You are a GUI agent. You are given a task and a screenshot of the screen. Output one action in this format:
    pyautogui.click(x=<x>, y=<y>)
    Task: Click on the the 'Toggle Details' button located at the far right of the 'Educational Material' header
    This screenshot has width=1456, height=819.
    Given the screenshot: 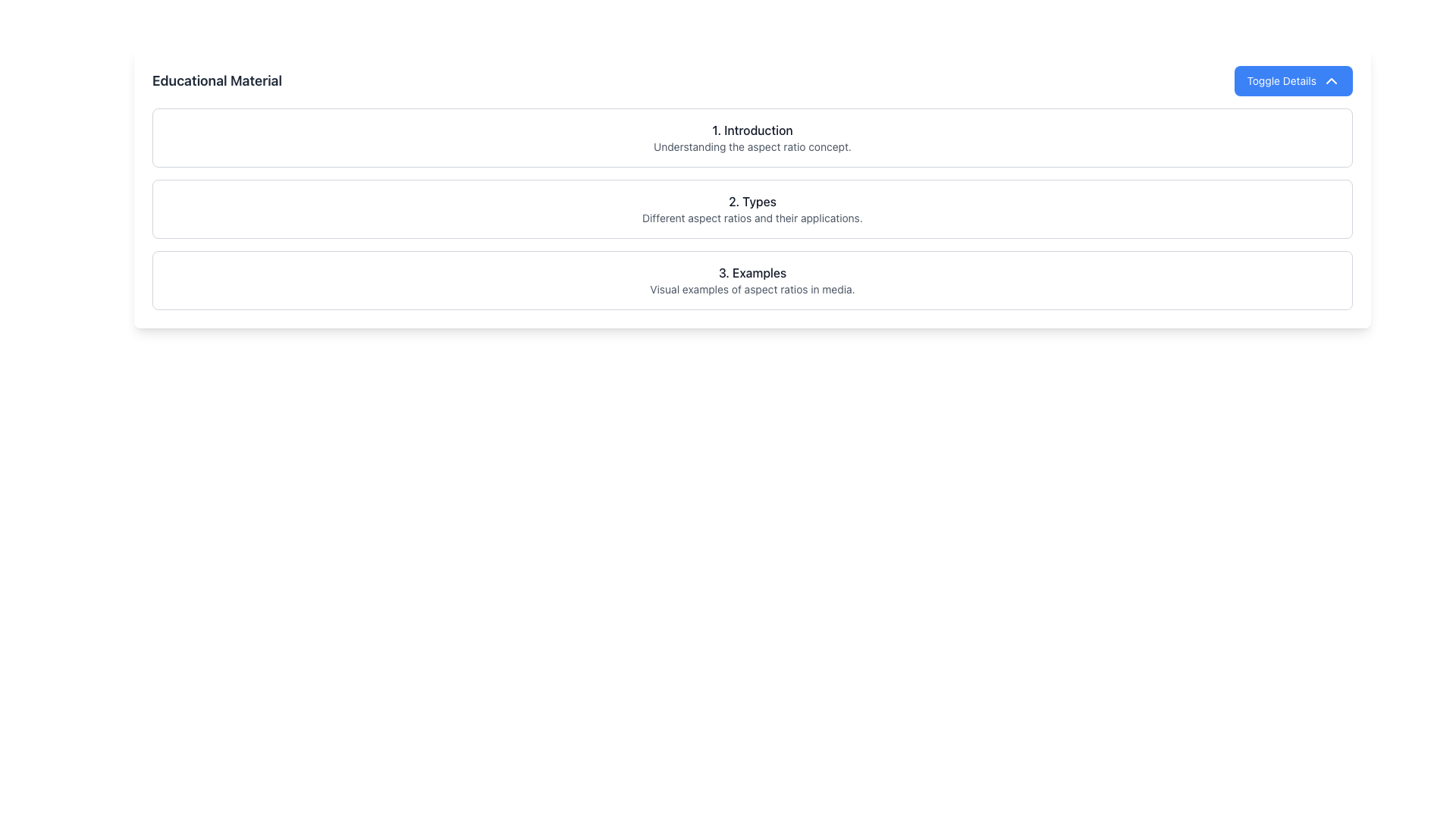 What is the action you would take?
    pyautogui.click(x=1293, y=81)
    